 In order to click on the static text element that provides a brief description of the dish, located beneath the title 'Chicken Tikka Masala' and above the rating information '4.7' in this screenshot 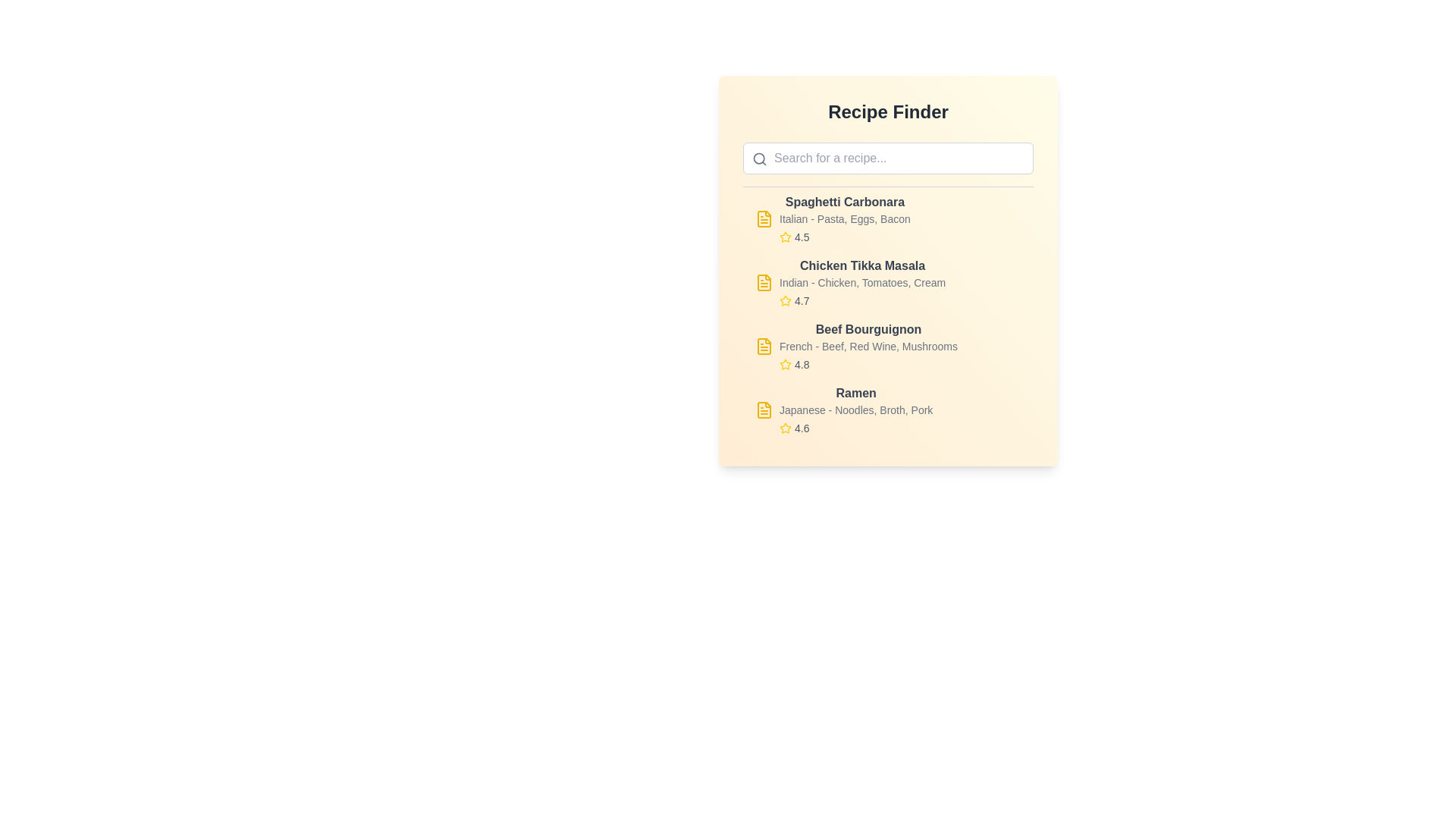, I will do `click(862, 283)`.